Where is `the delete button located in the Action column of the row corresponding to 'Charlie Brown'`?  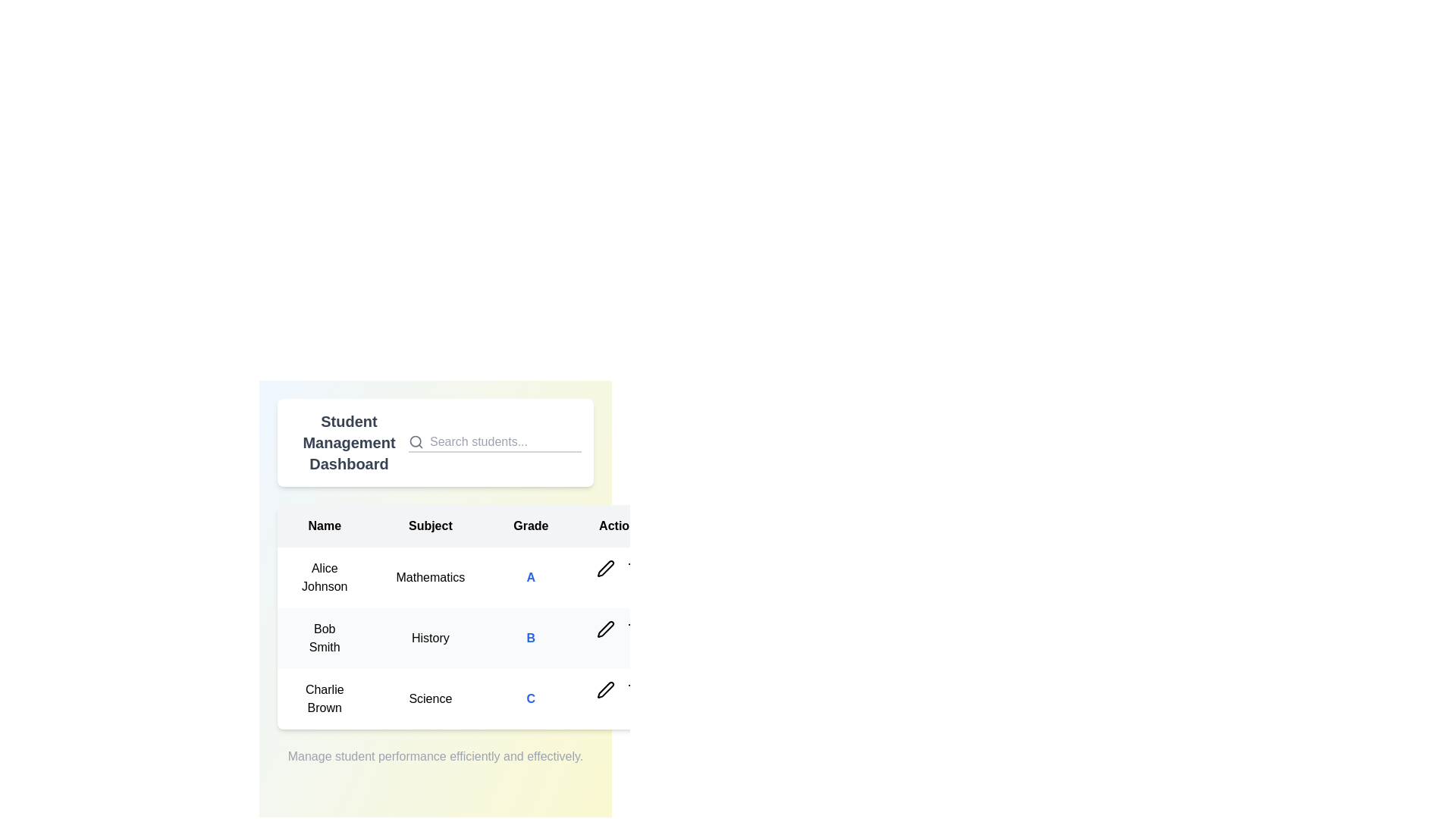
the delete button located in the Action column of the row corresponding to 'Charlie Brown' is located at coordinates (636, 690).